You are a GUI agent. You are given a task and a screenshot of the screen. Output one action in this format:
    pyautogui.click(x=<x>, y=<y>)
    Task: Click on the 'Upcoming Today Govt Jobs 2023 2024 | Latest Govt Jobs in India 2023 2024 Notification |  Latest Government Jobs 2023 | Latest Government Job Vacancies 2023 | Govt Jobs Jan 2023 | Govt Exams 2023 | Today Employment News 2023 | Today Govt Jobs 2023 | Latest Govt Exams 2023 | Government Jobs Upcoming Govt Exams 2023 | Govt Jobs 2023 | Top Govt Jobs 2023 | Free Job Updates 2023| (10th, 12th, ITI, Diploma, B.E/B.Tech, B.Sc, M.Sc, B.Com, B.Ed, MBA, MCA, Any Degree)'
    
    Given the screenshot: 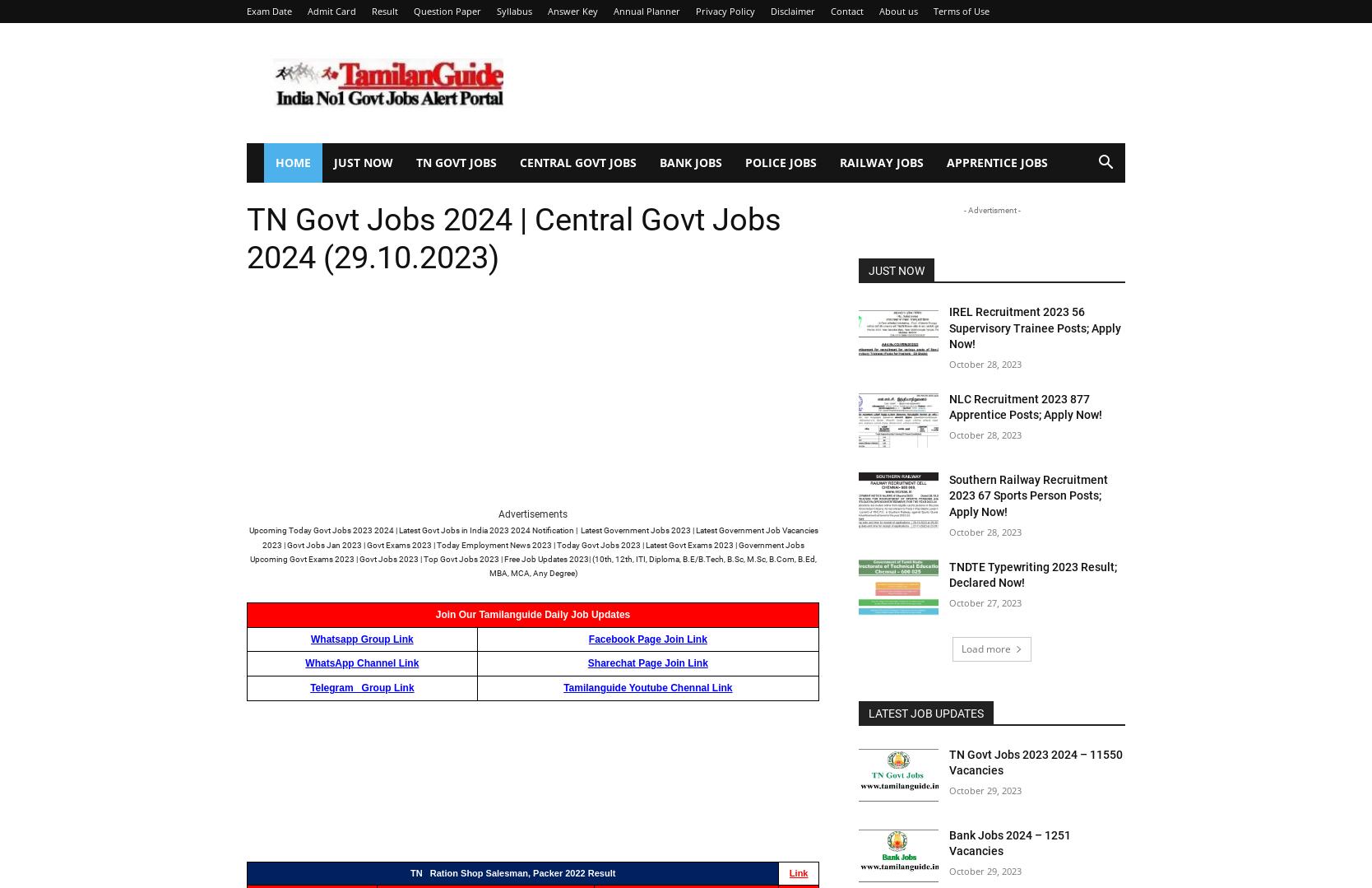 What is the action you would take?
    pyautogui.click(x=248, y=551)
    